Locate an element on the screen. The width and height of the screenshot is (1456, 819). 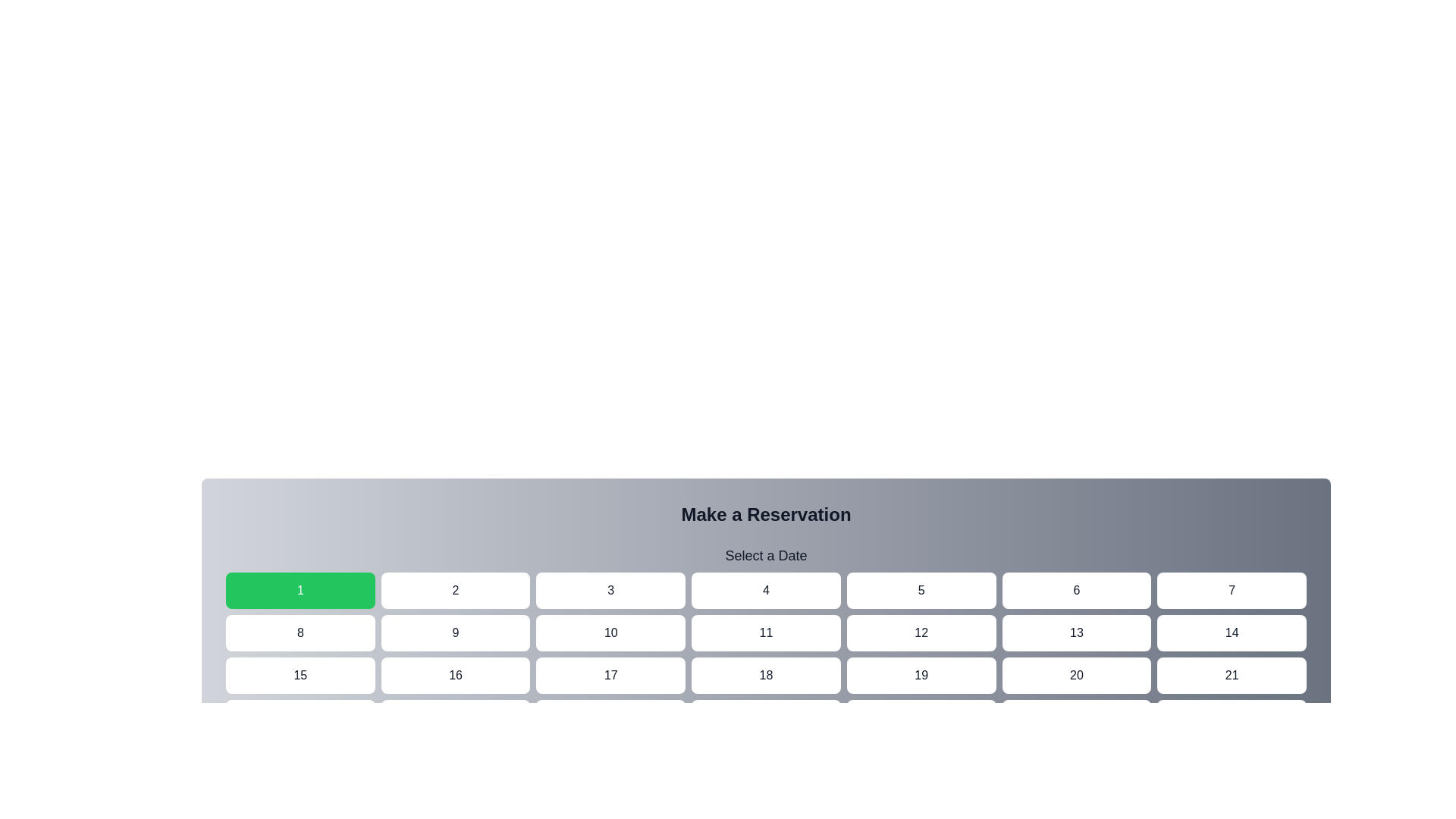
the button located in the first row and third column under the 'Make a Reservation' section is located at coordinates (610, 590).